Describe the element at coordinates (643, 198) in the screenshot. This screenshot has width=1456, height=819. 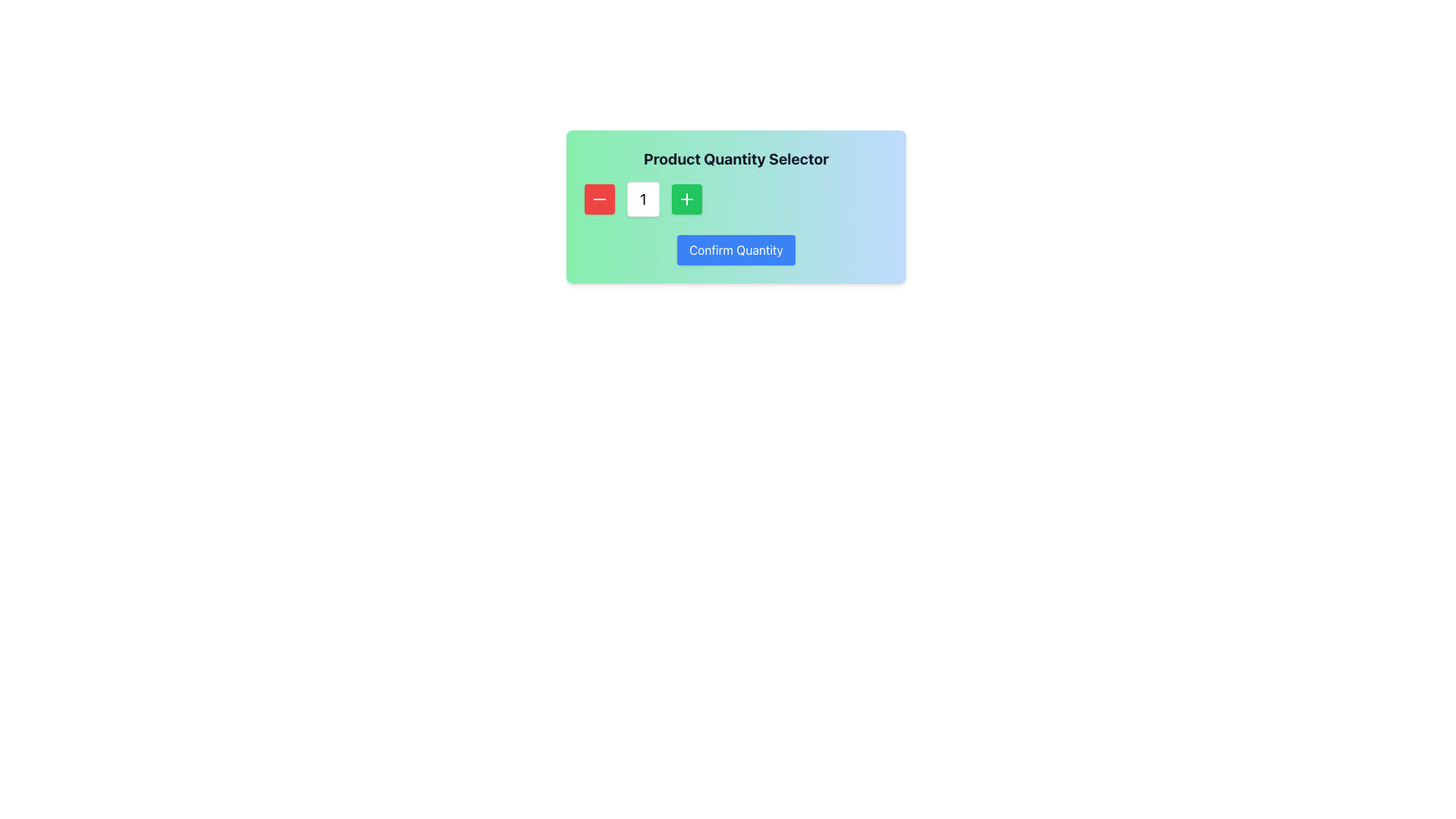
I see `the static text display labeled '1', which is a rectangular component with a white background and black bold character, located centrally between a red minus button and a green plus button in the product quantity selector interface` at that location.